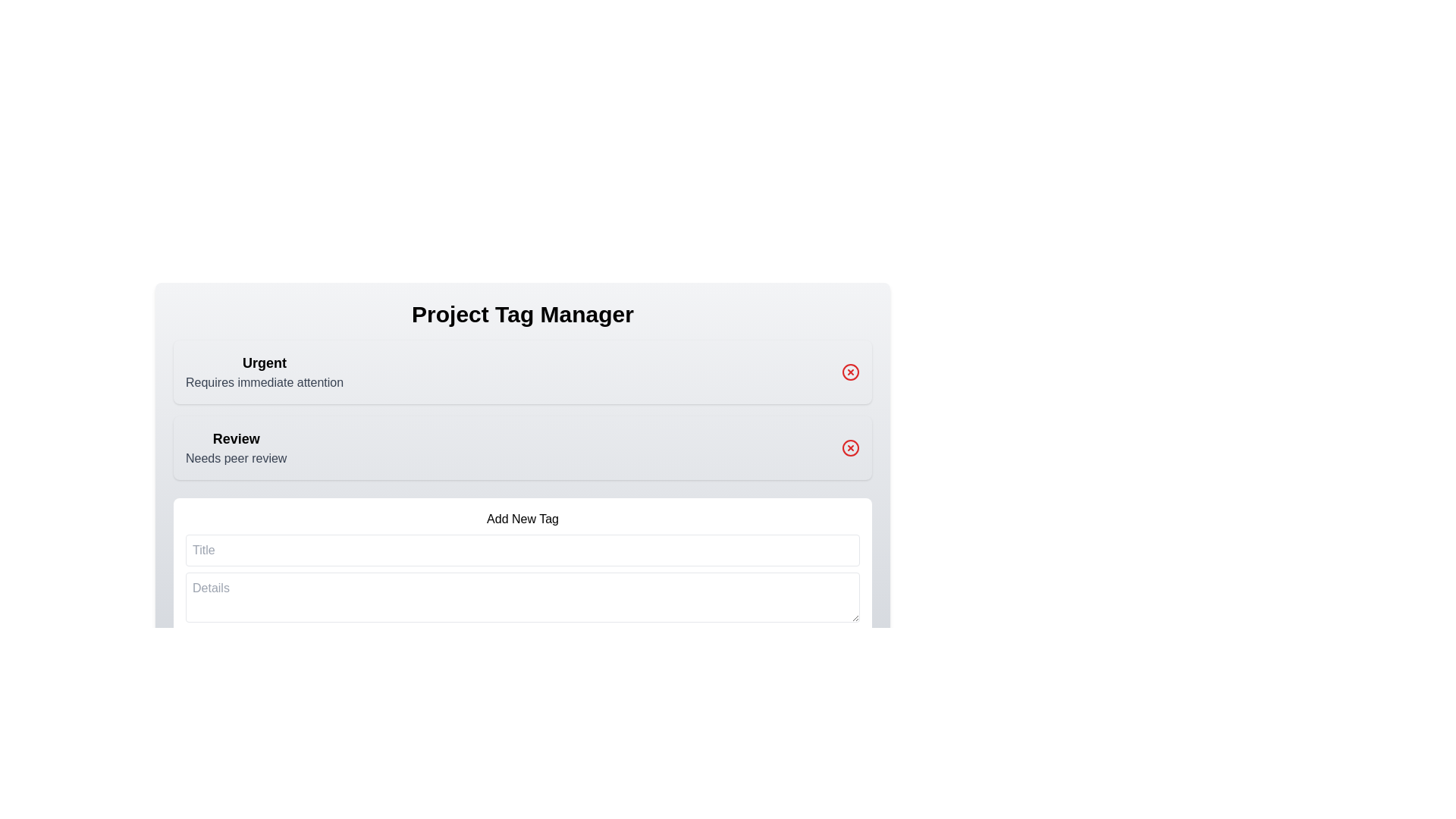 This screenshot has width=1456, height=819. What do you see at coordinates (265, 362) in the screenshot?
I see `the text label displaying 'Urgent' in bold and larger font size, located in the upper left section of the 'Project Tag Manager' section` at bounding box center [265, 362].